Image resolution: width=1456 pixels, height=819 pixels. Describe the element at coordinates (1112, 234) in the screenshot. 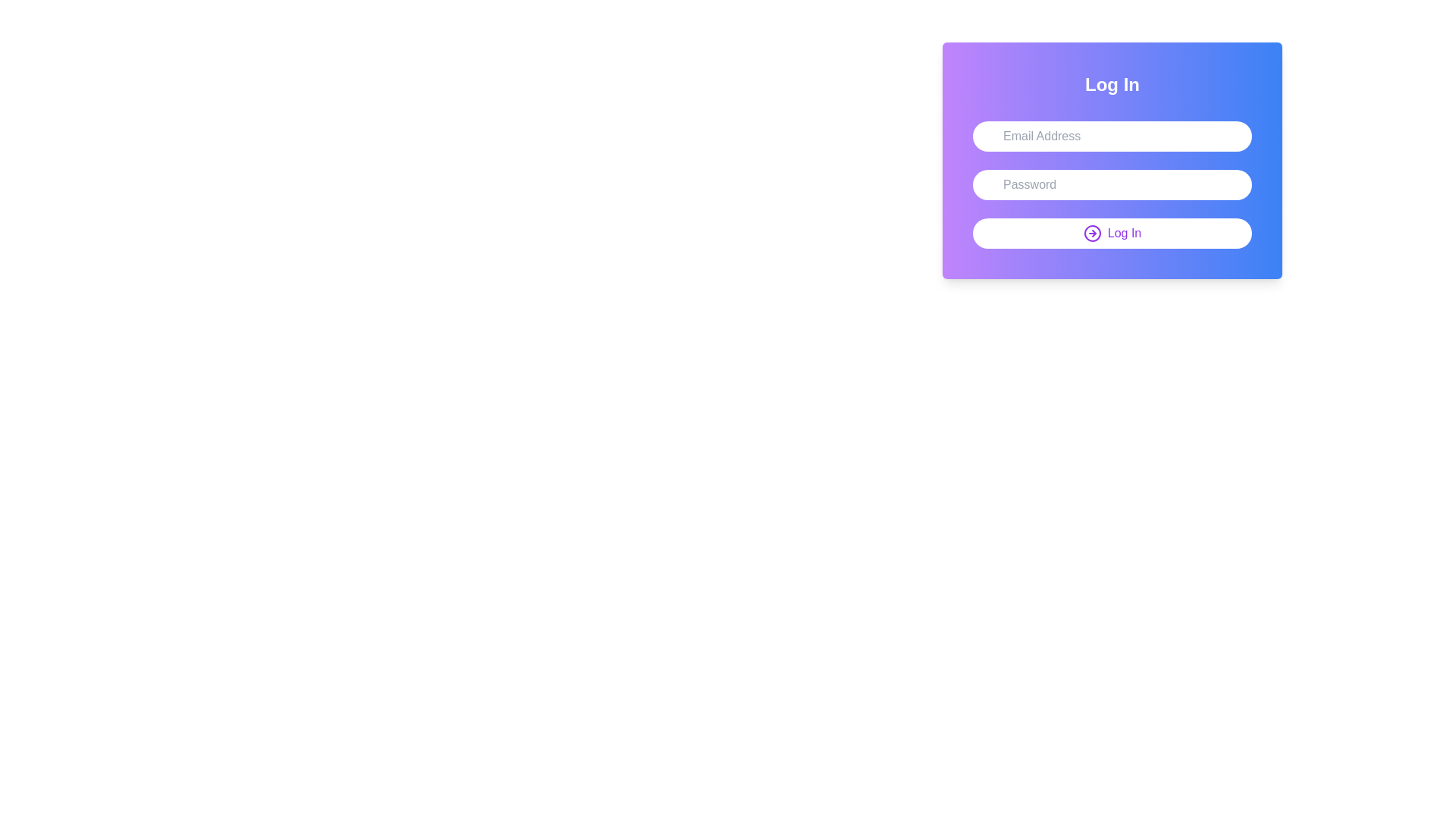

I see `the 'Log In' button, which is a rounded white button with purple text and an icon` at that location.